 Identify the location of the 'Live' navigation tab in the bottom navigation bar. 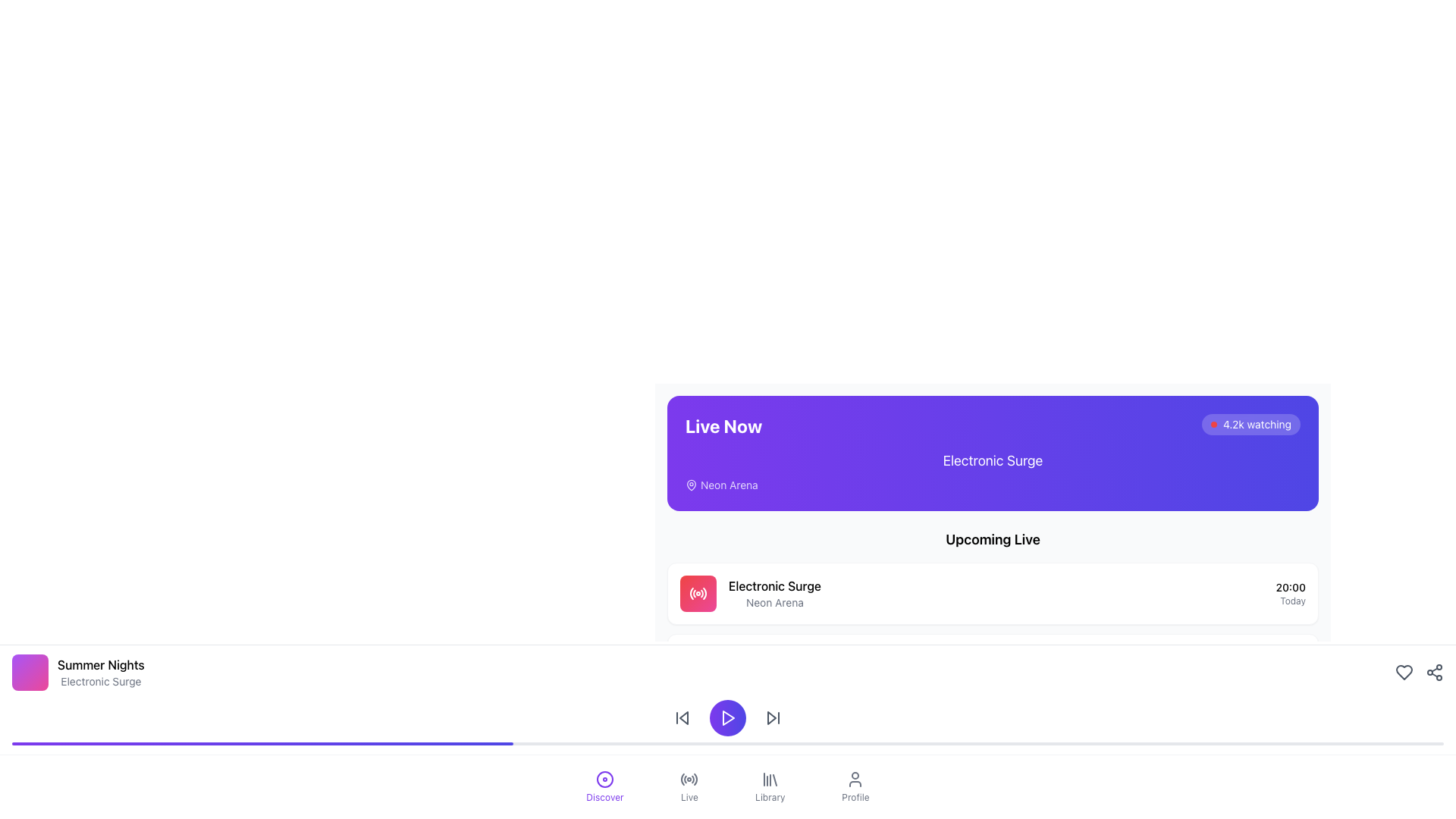
(688, 786).